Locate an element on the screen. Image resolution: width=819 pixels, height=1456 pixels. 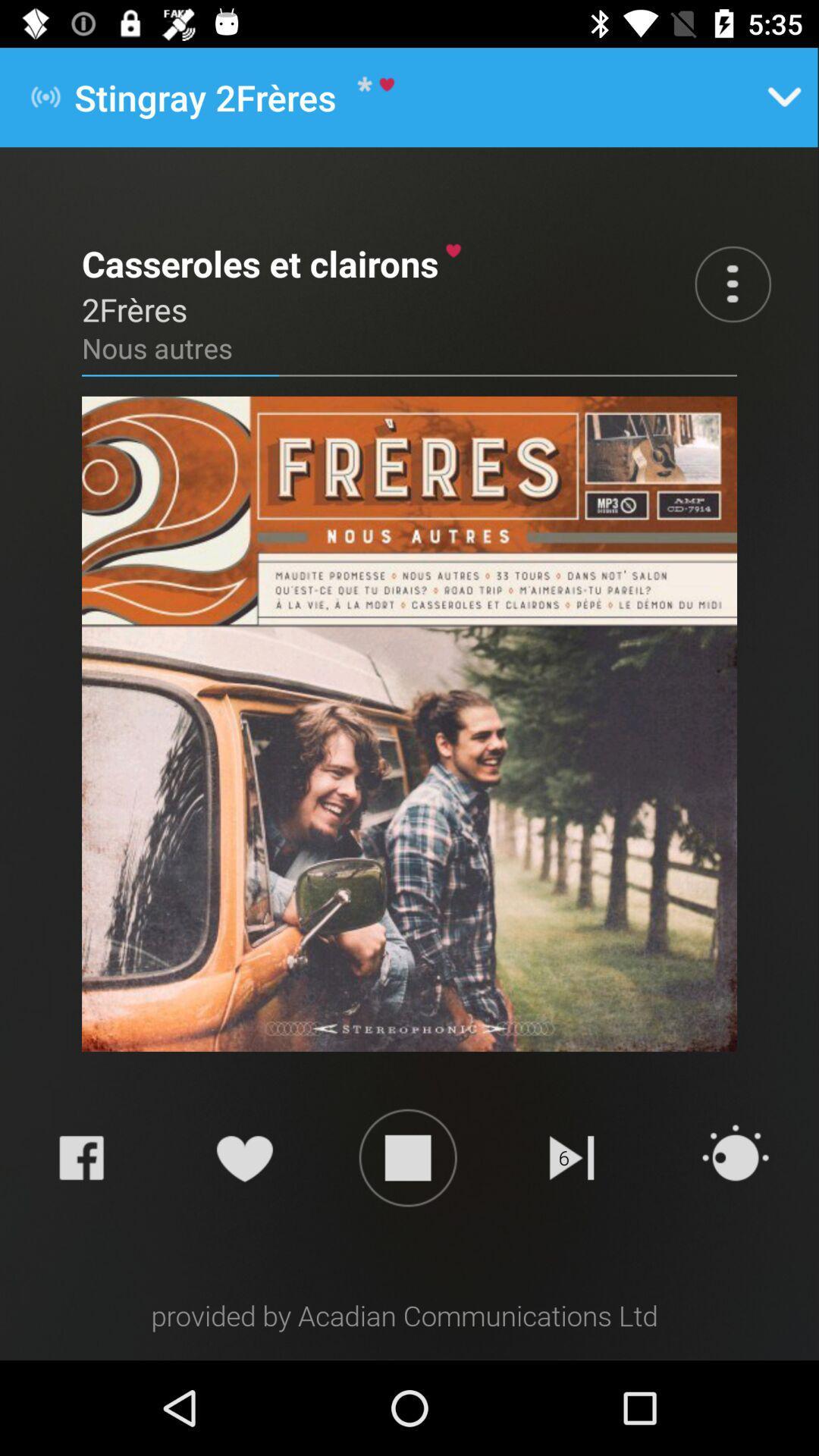
the facebook icon is located at coordinates (81, 1156).